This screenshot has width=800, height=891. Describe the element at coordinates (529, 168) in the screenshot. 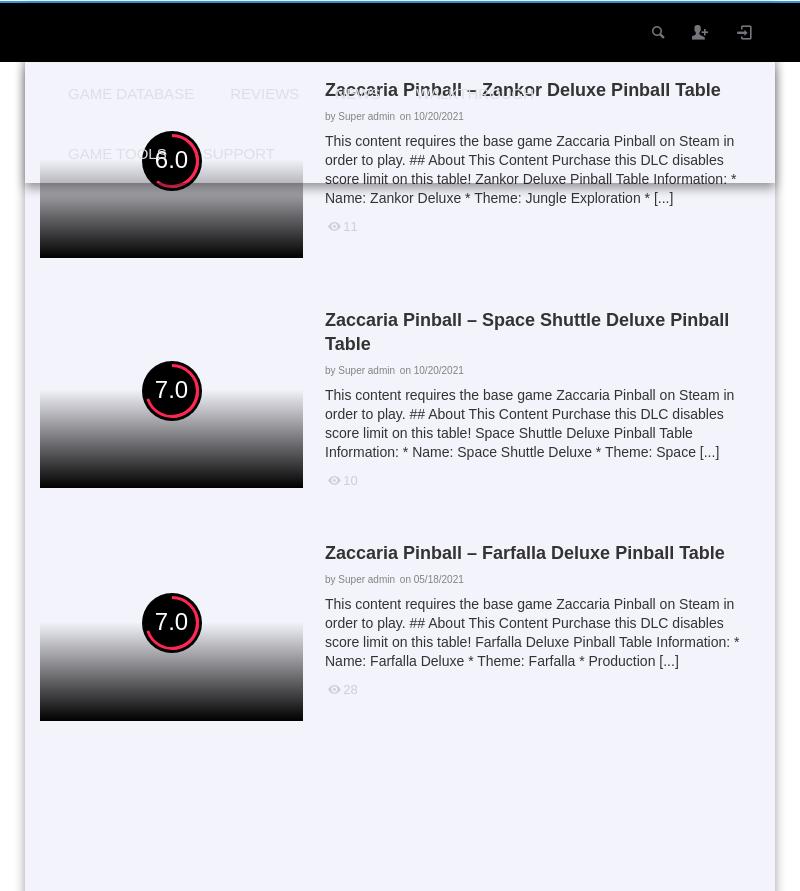

I see `'This content requires the base game Zaccaria Pinball on Steam in order to play. ## About This Content Purchase this DLC disables score limit on this table! Zankor Deluxe Pinball Table Information: * Name: Zankor Deluxe * Theme: Jungle Exploration * [...]'` at that location.